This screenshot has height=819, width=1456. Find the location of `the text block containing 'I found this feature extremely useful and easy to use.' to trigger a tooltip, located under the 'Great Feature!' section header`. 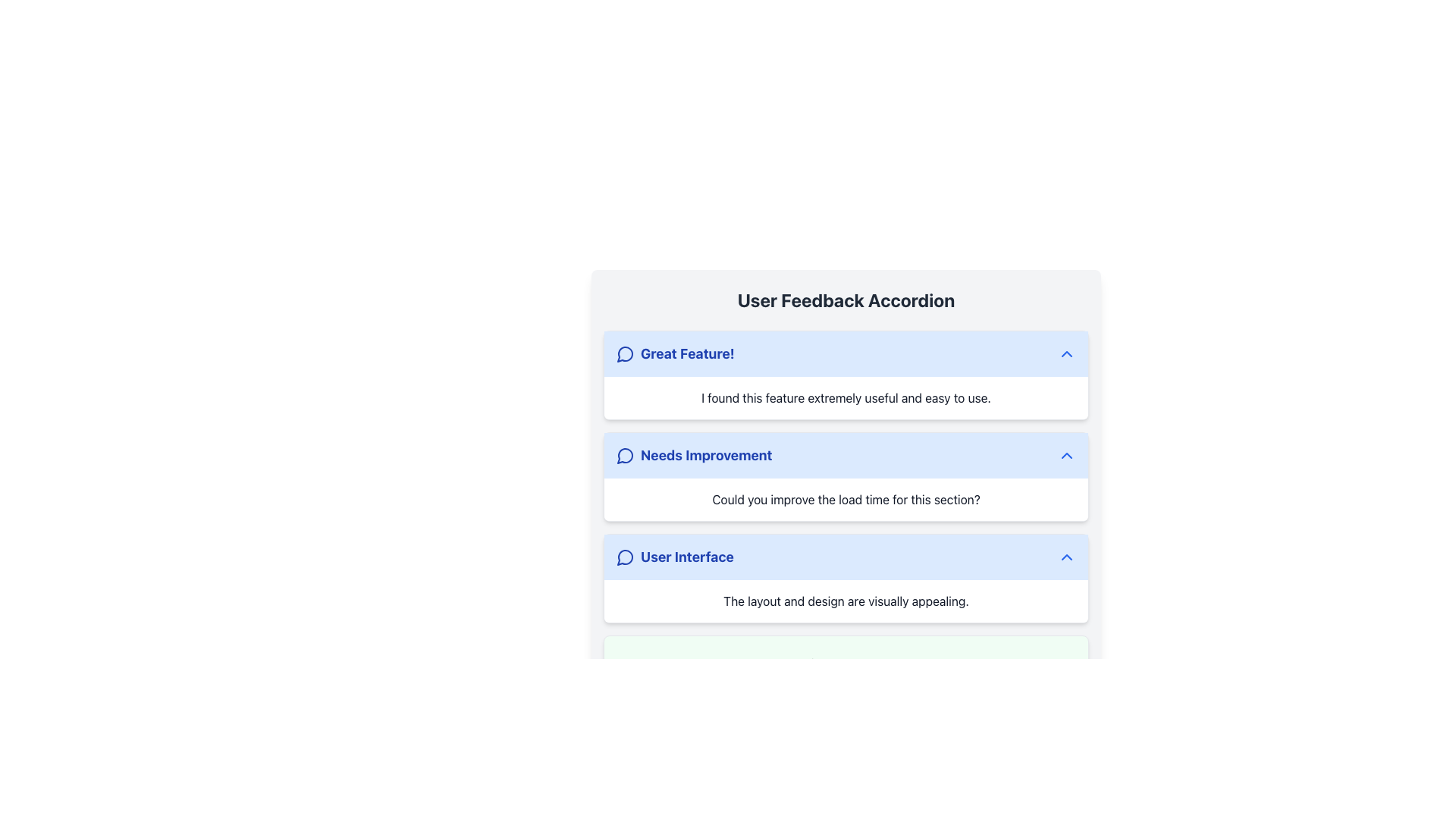

the text block containing 'I found this feature extremely useful and easy to use.' to trigger a tooltip, located under the 'Great Feature!' section header is located at coordinates (846, 397).